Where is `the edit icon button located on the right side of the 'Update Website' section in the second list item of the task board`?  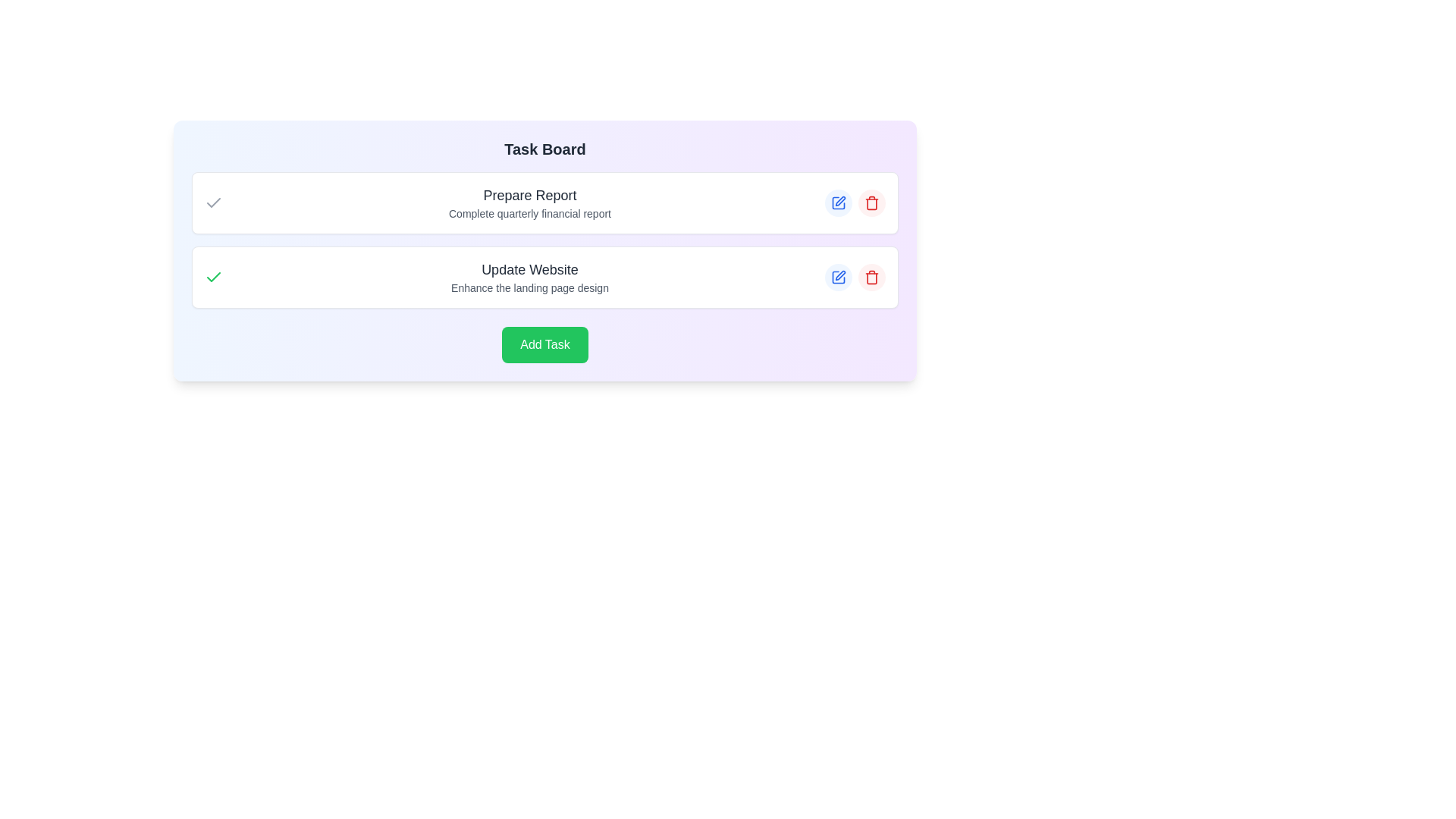
the edit icon button located on the right side of the 'Update Website' section in the second list item of the task board is located at coordinates (837, 278).